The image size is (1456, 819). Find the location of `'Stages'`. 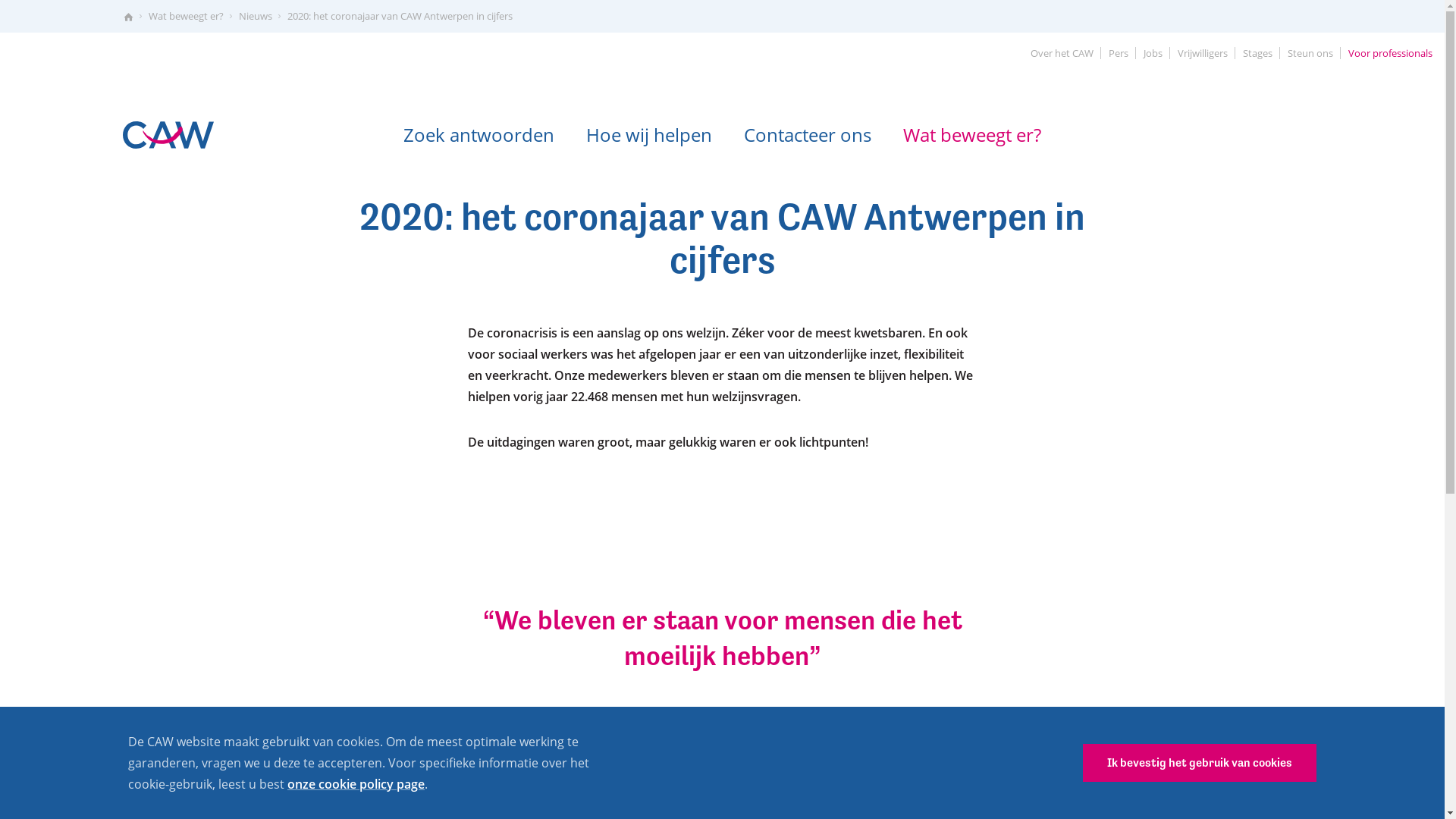

'Stages' is located at coordinates (1257, 52).